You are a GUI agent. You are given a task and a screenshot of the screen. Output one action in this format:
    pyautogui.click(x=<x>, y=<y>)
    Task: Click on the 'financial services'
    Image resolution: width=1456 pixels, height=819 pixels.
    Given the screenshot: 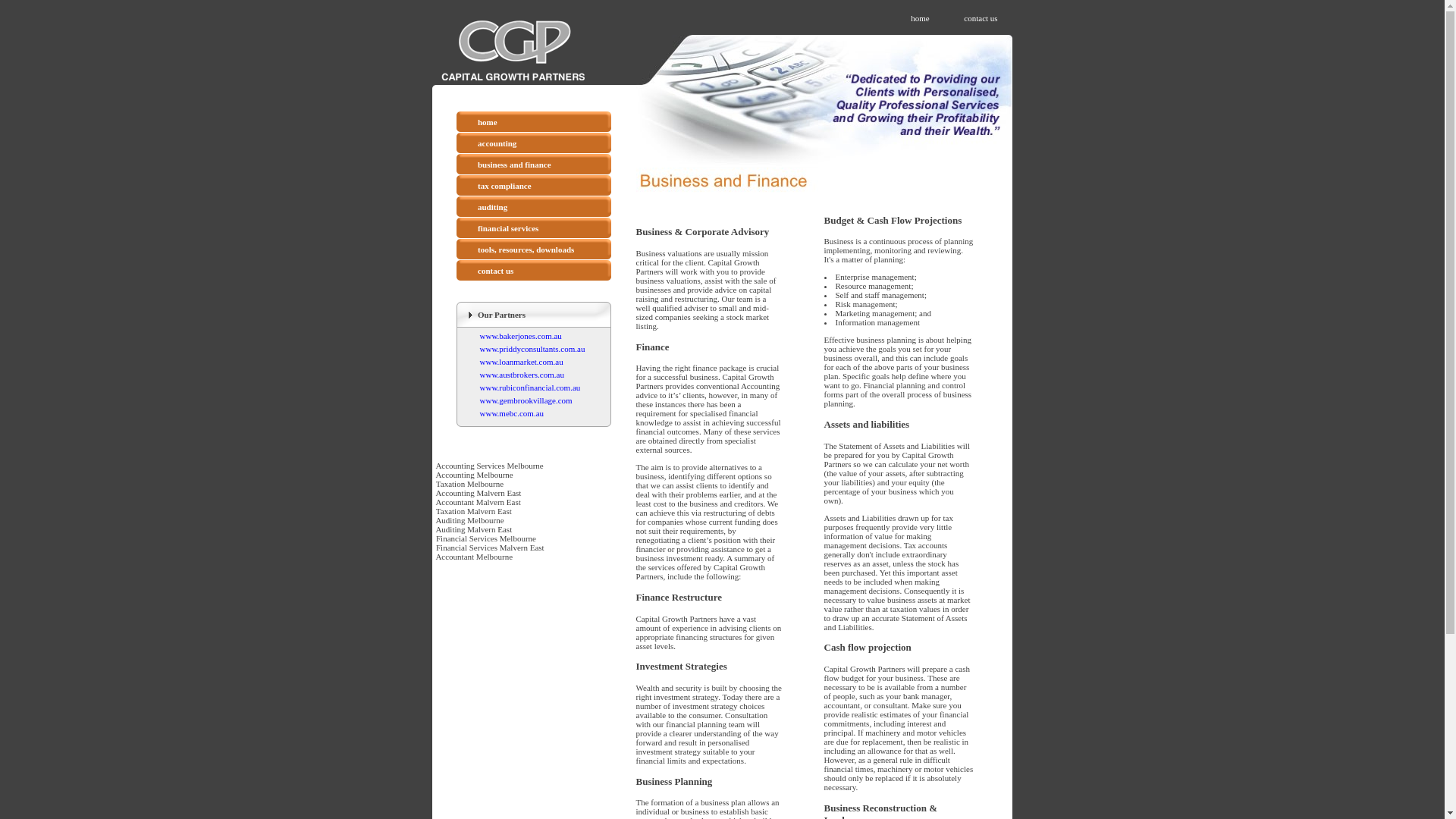 What is the action you would take?
    pyautogui.click(x=476, y=227)
    